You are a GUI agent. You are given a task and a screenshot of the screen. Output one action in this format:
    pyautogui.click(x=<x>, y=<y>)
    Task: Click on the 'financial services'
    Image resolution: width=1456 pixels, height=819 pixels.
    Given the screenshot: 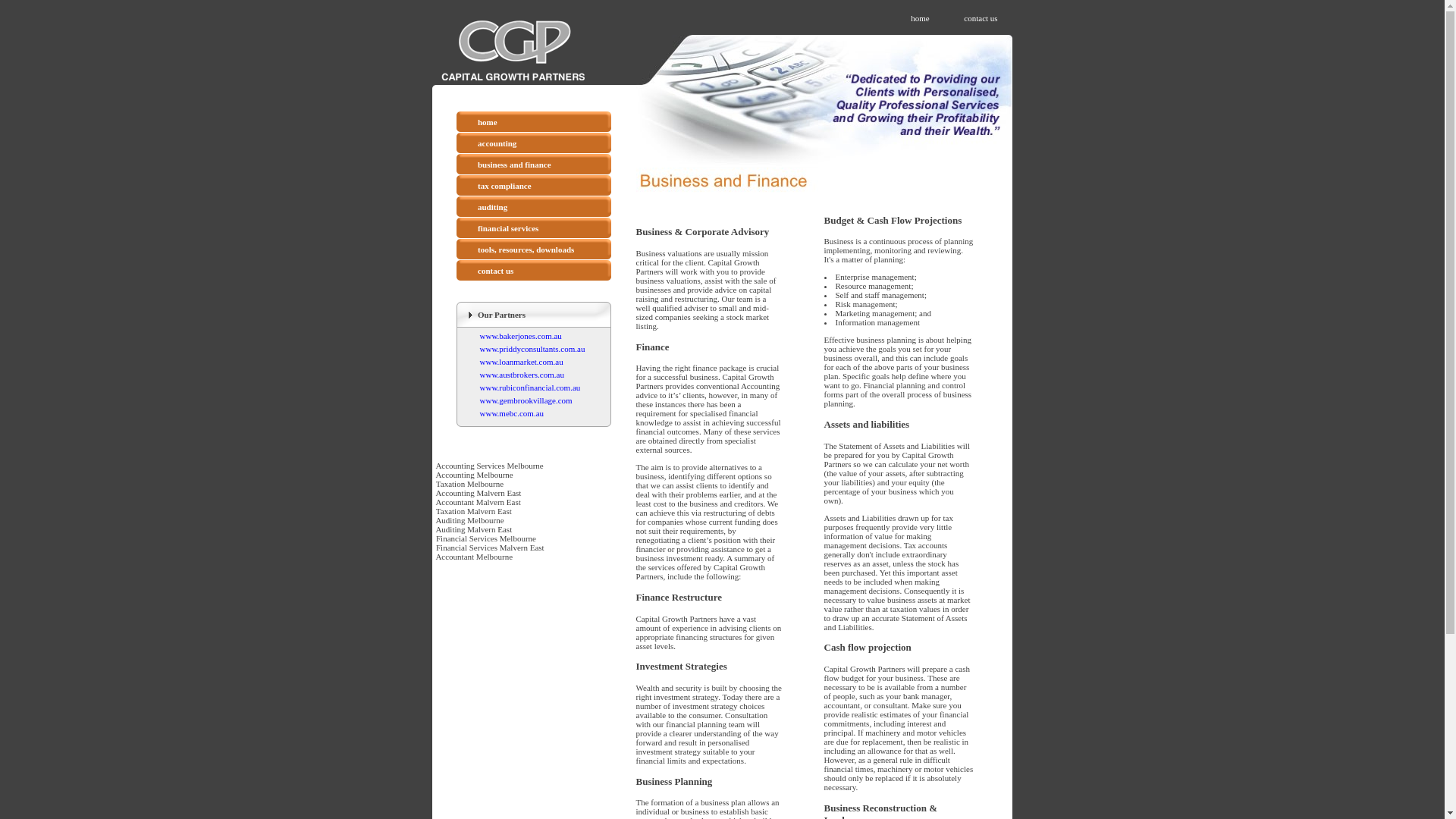 What is the action you would take?
    pyautogui.click(x=476, y=227)
    